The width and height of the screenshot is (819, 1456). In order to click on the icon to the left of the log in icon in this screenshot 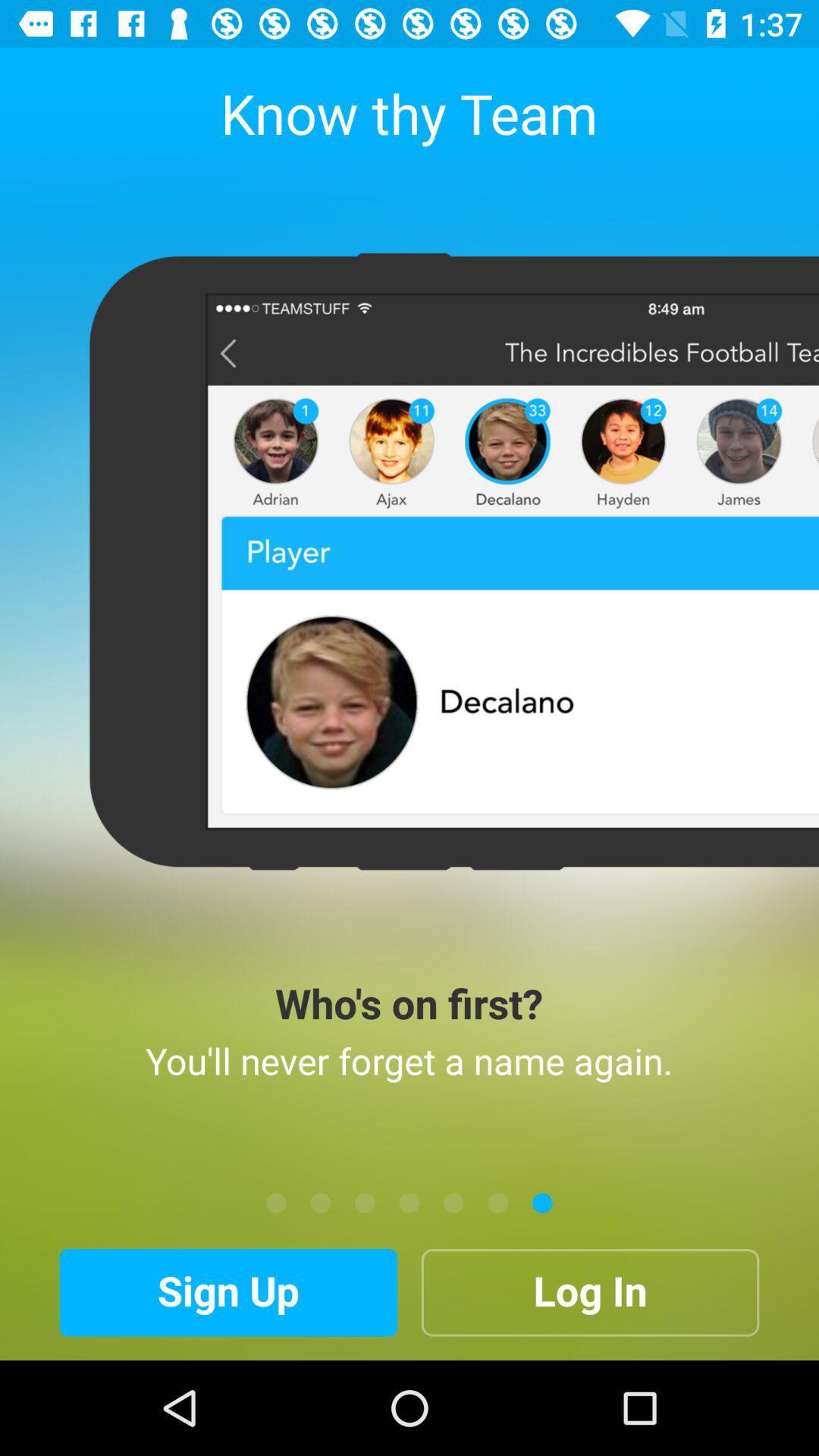, I will do `click(228, 1291)`.